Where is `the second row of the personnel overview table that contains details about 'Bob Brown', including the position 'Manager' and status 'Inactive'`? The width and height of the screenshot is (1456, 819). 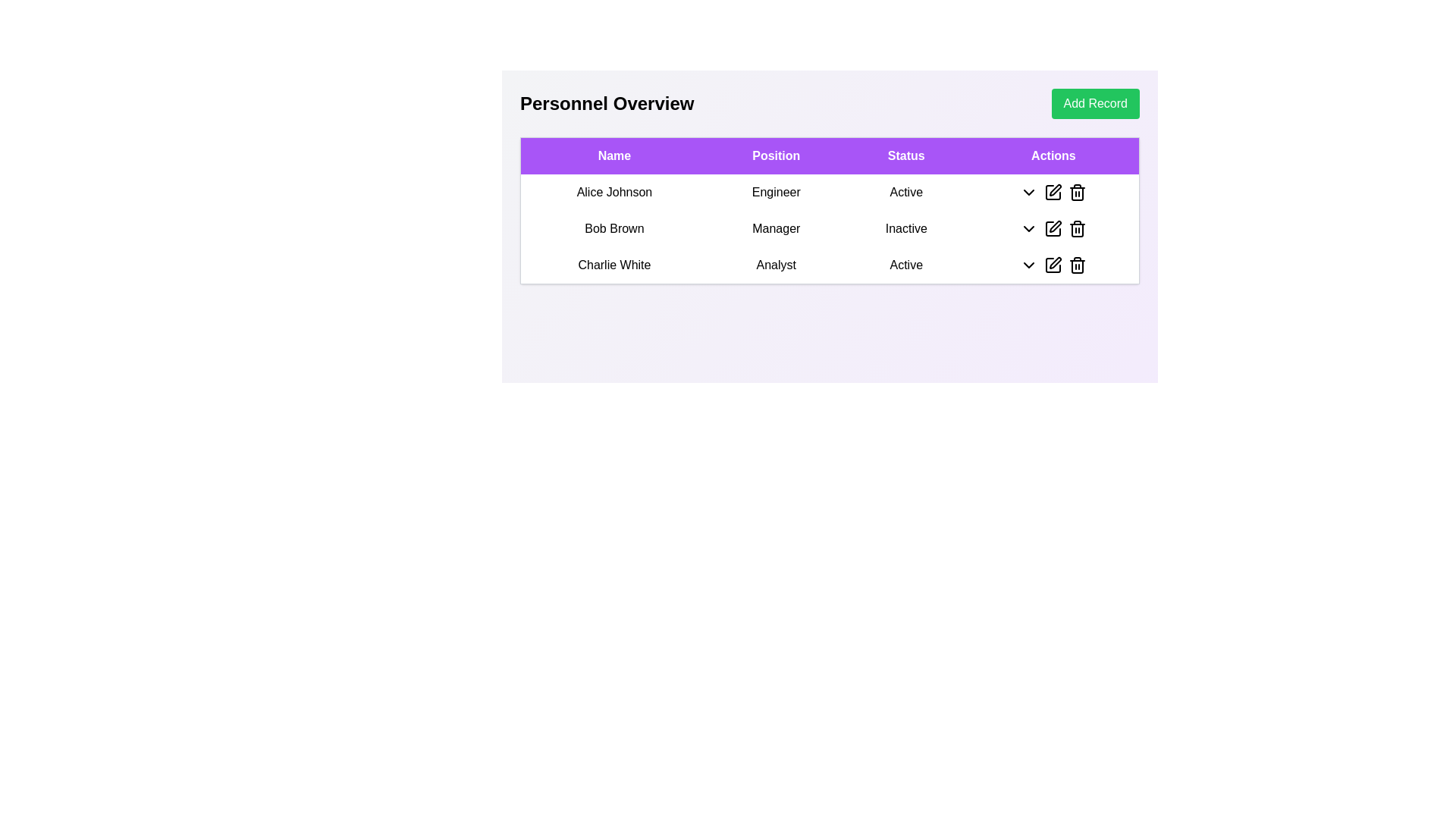 the second row of the personnel overview table that contains details about 'Bob Brown', including the position 'Manager' and status 'Inactive' is located at coordinates (829, 229).